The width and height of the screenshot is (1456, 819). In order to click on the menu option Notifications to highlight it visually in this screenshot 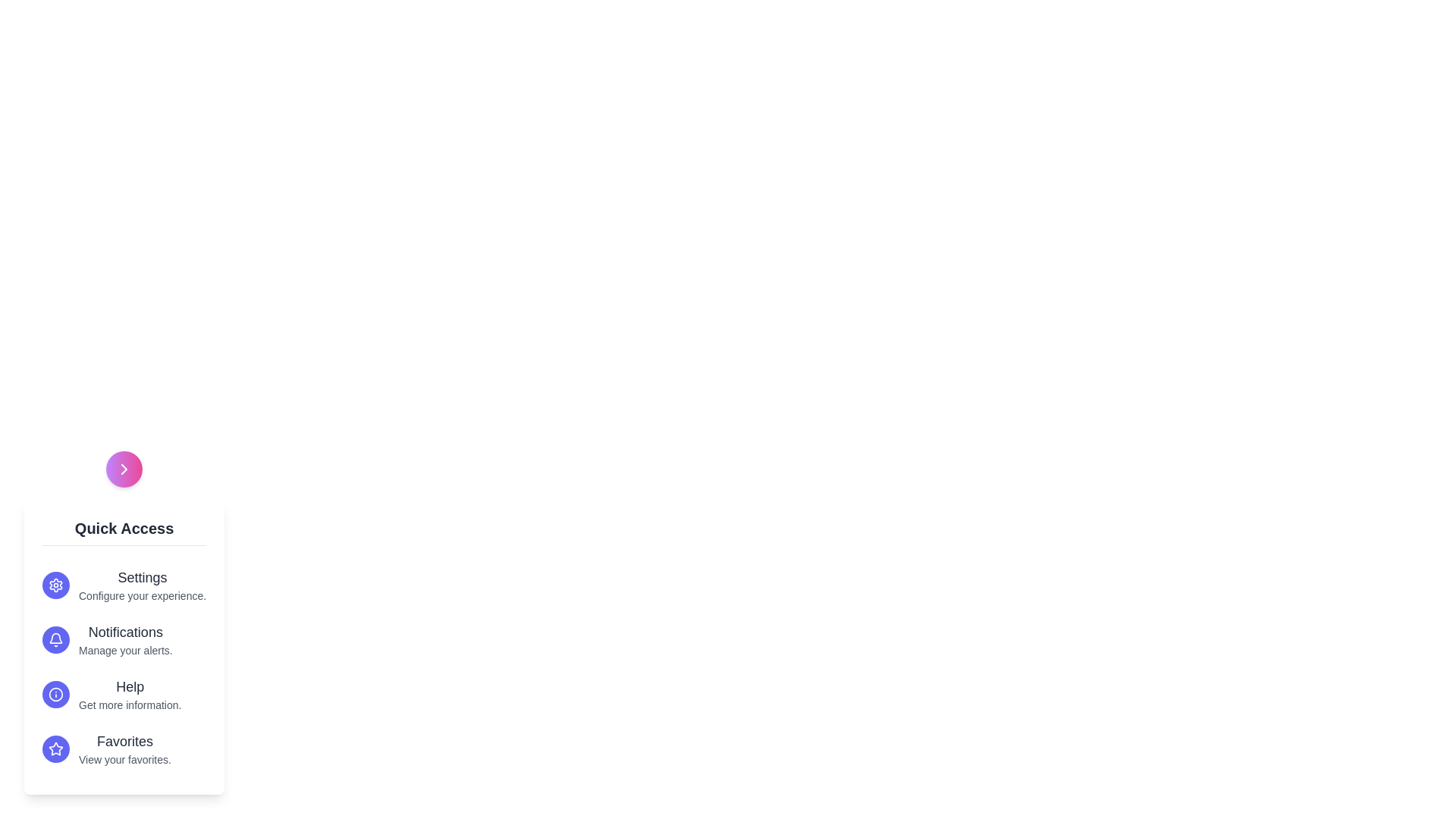, I will do `click(124, 640)`.